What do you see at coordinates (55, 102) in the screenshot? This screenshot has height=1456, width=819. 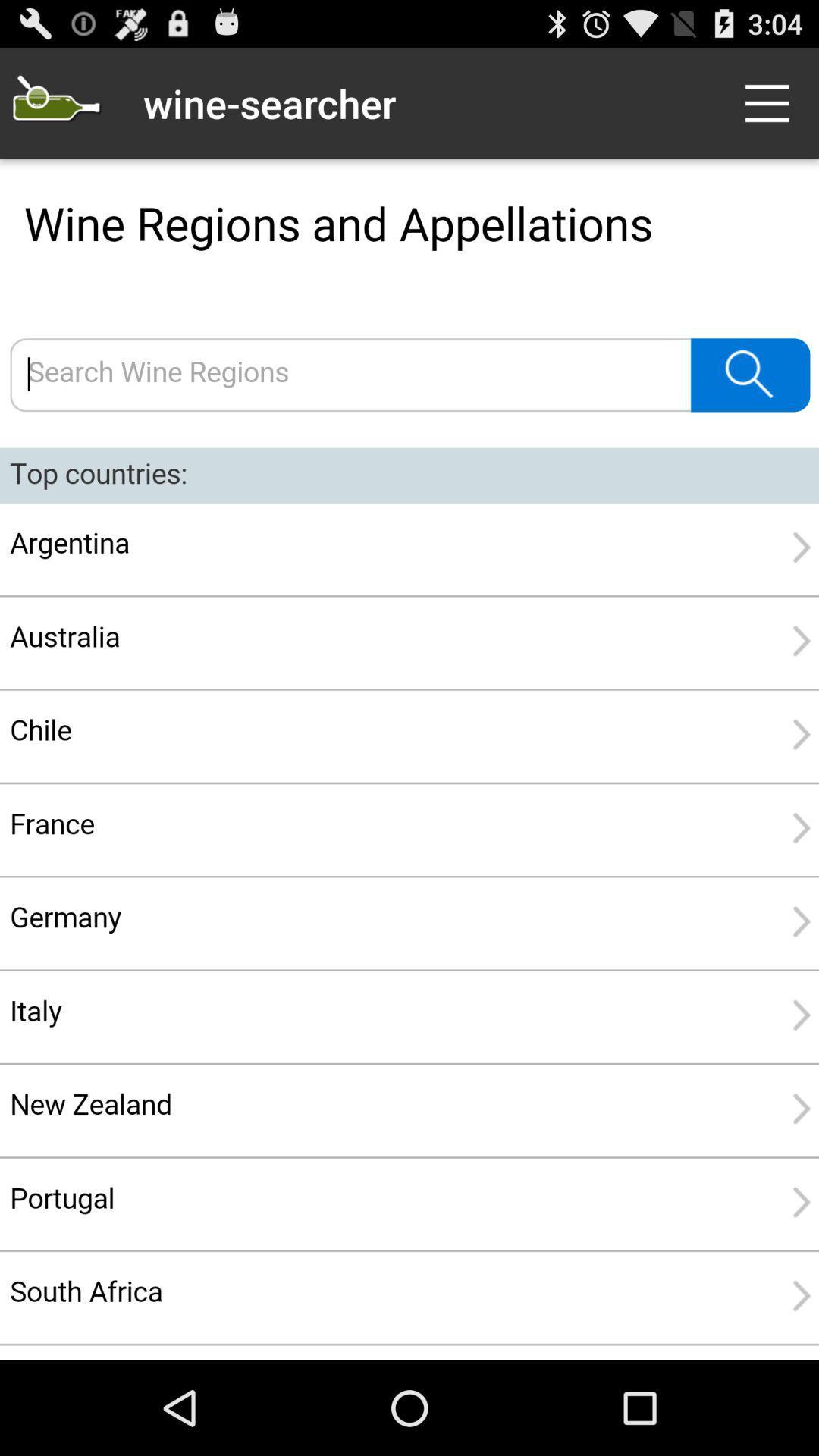 I see `home` at bounding box center [55, 102].